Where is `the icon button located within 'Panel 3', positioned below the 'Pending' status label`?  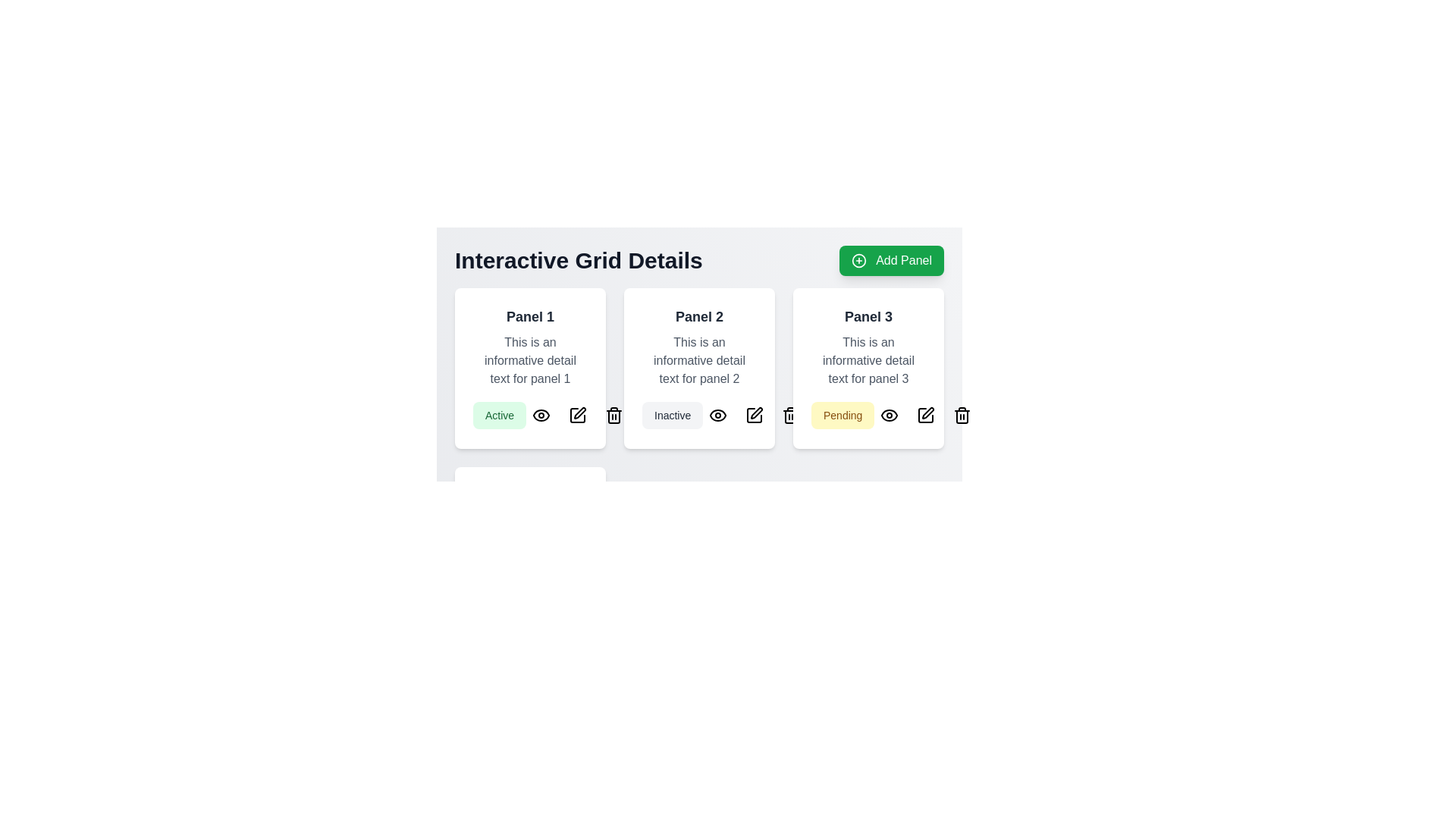 the icon button located within 'Panel 3', positioned below the 'Pending' status label is located at coordinates (927, 413).